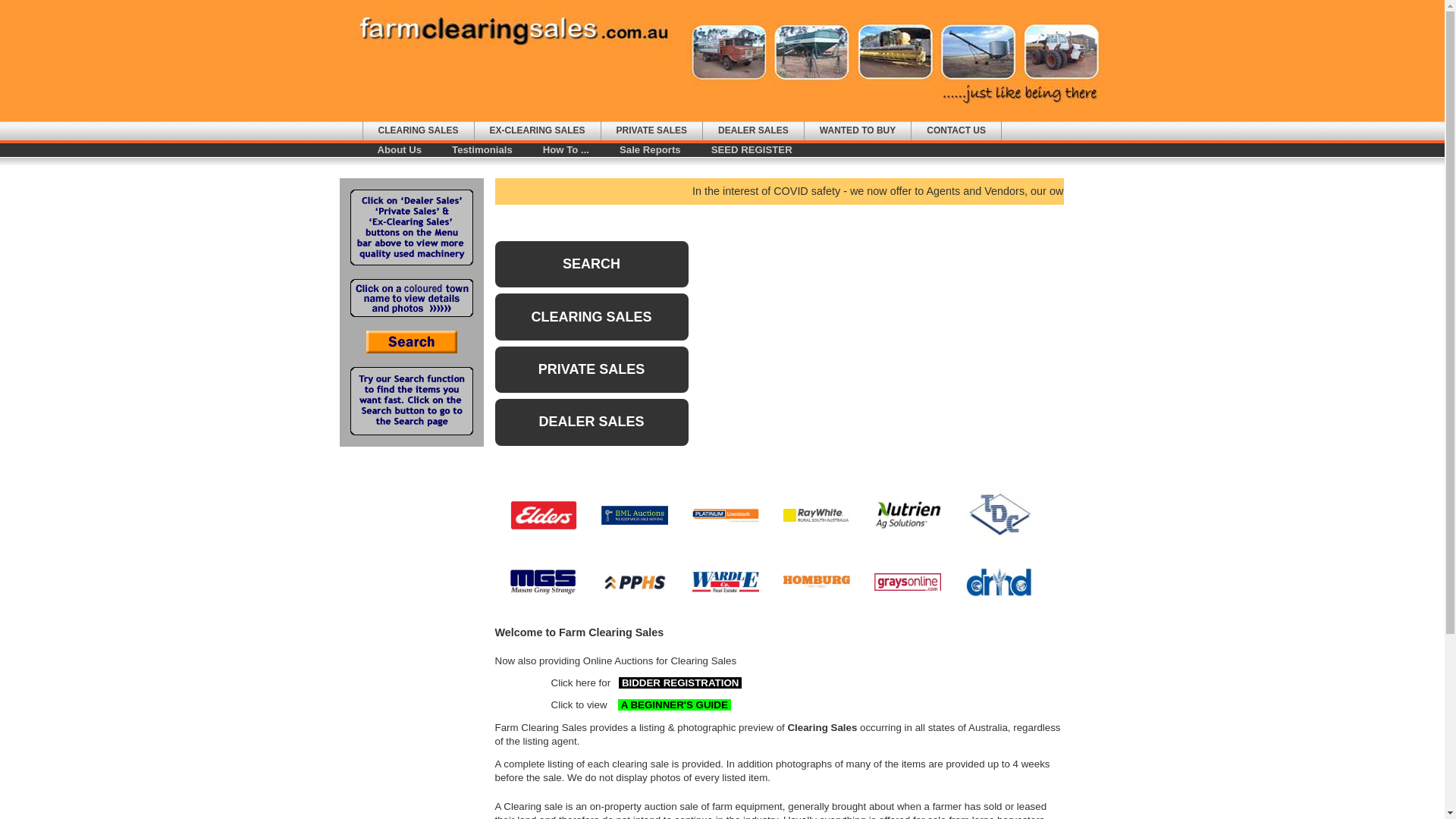 This screenshot has width=1456, height=819. I want to click on 'Sale Reports', so click(650, 149).